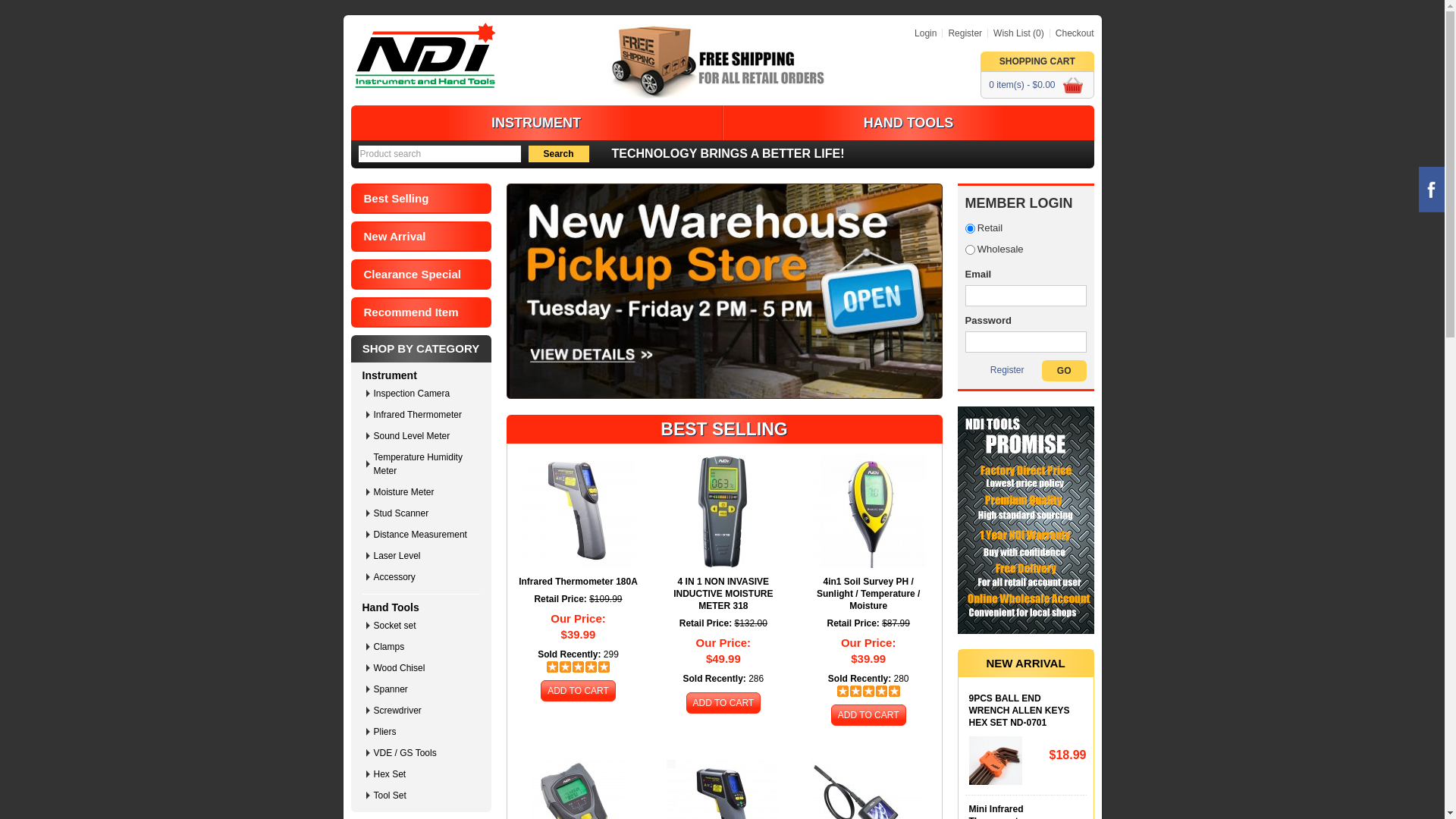 The height and width of the screenshot is (819, 1456). Describe the element at coordinates (424, 435) in the screenshot. I see `'Sound Level Meter'` at that location.